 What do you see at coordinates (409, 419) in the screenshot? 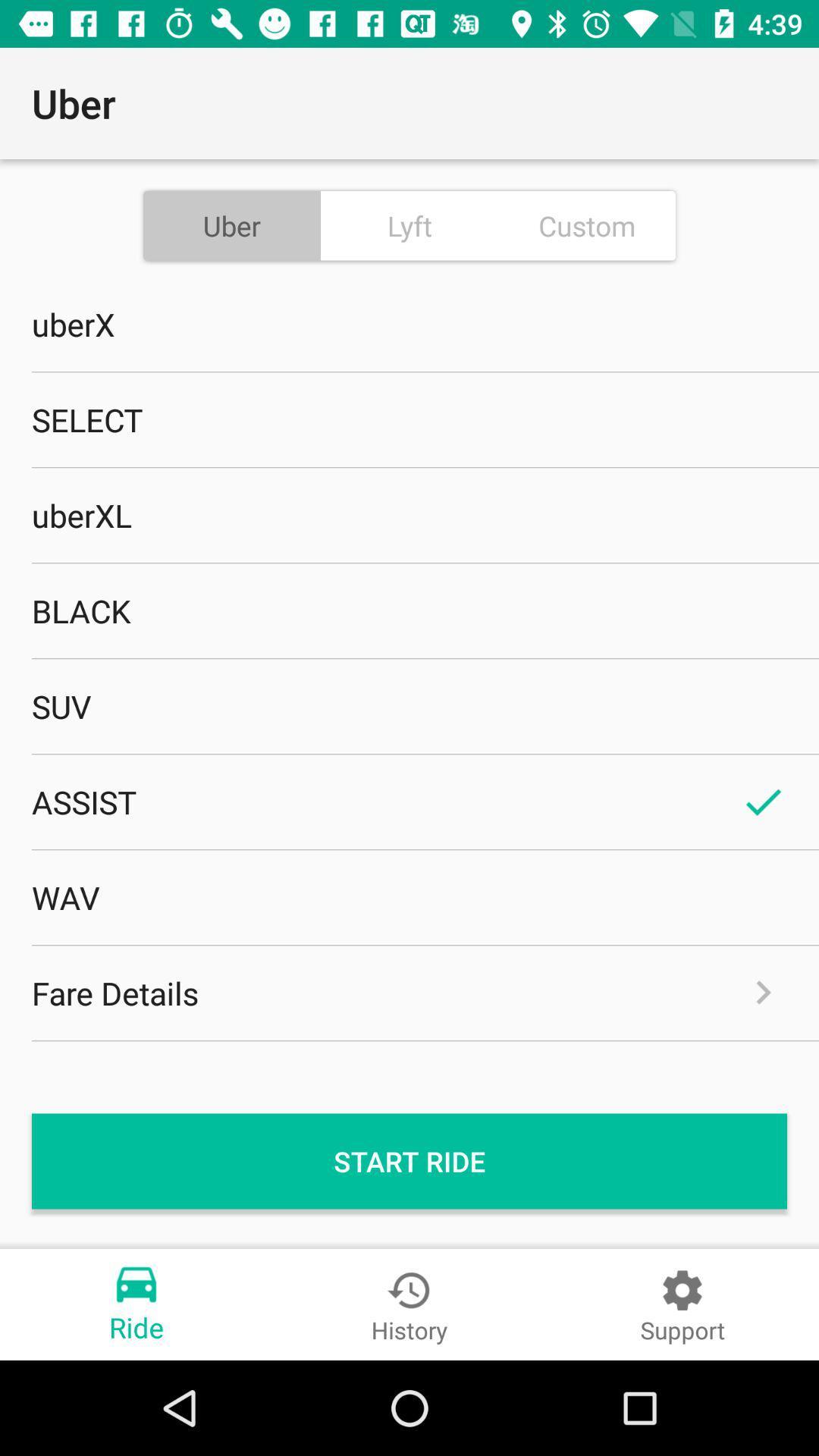
I see `icon below uberx icon` at bounding box center [409, 419].